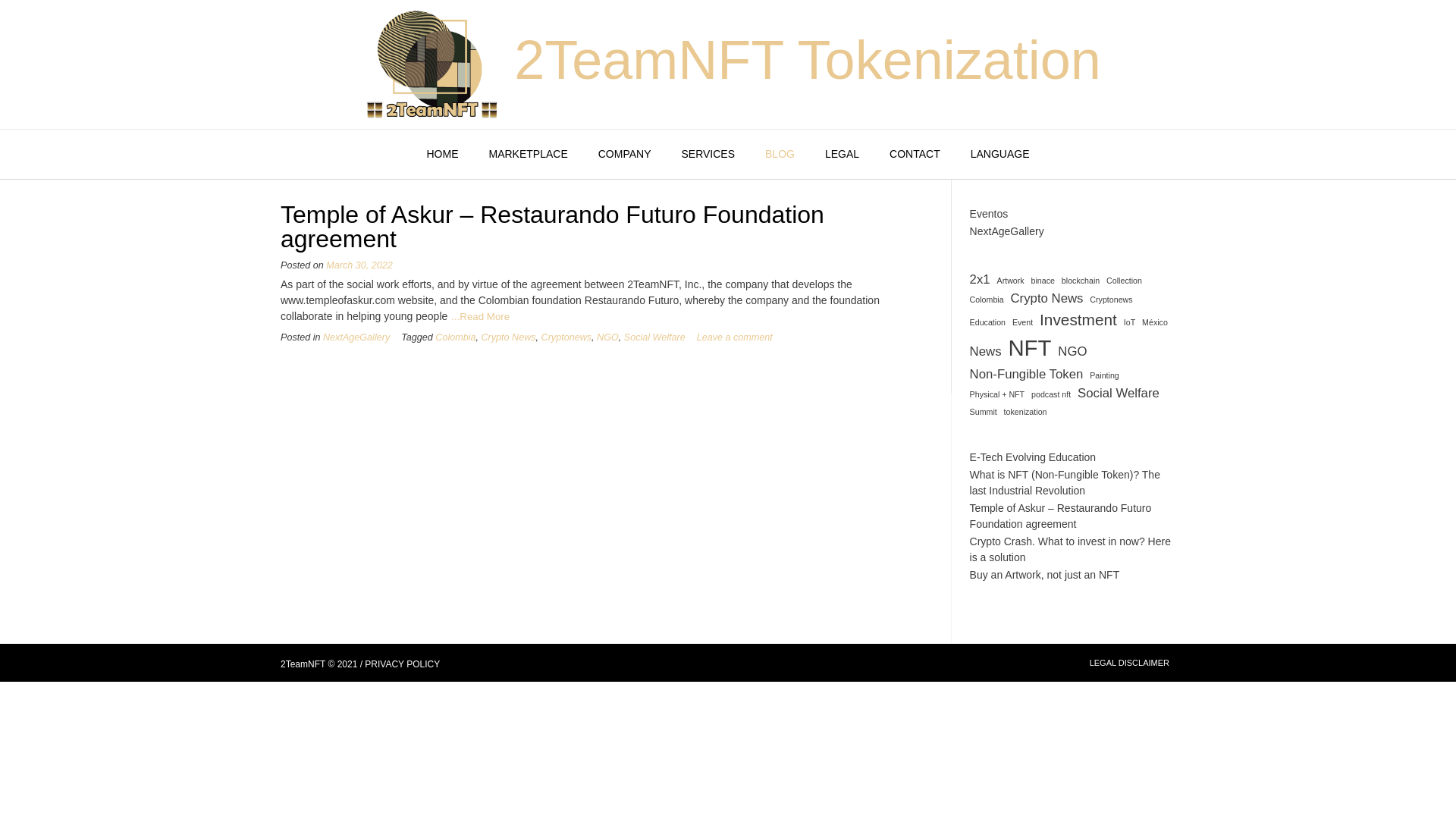 The height and width of the screenshot is (819, 1456). I want to click on 'tokenization', so click(1025, 412).